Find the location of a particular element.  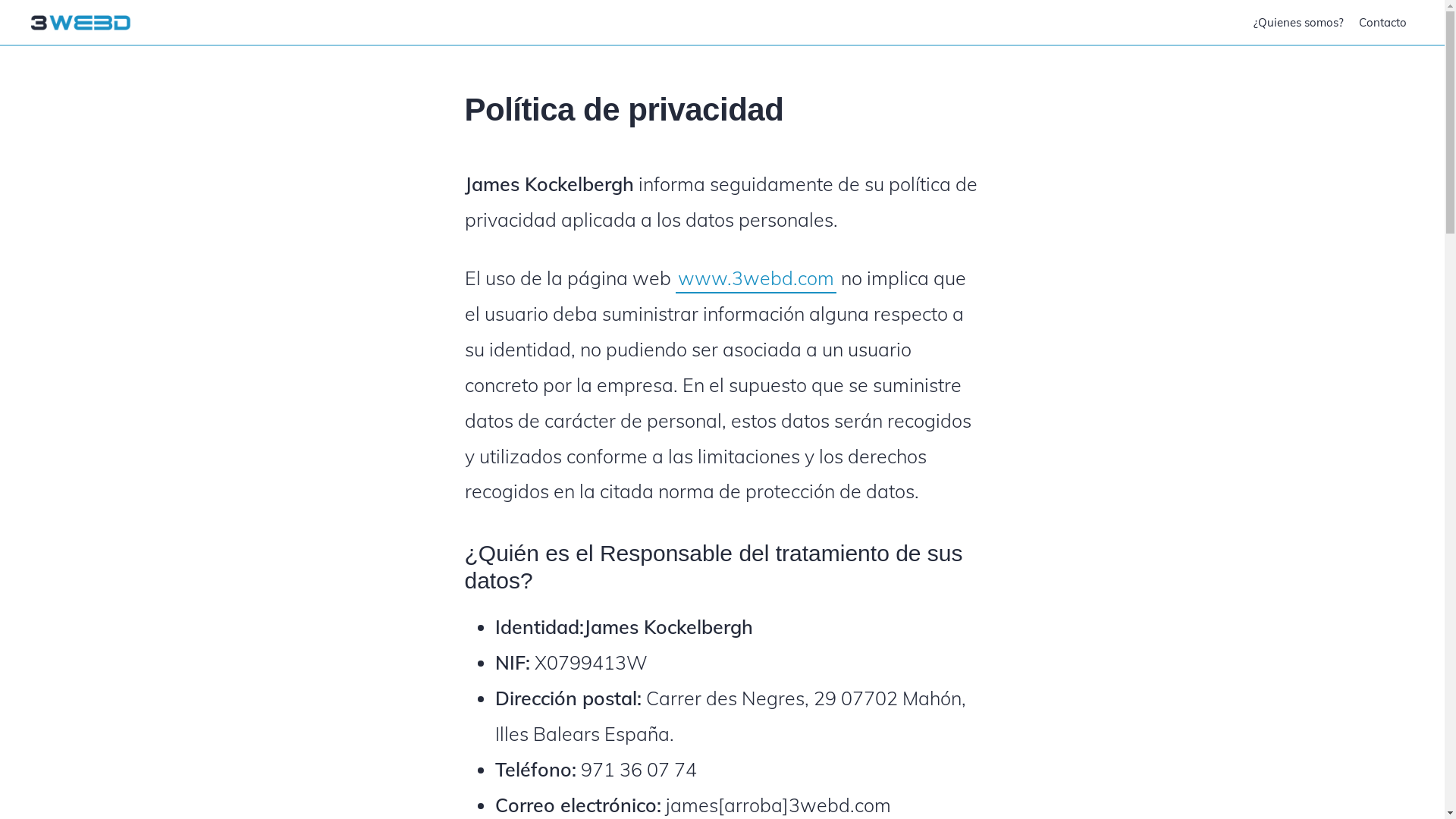

'Contacto' is located at coordinates (1382, 22).